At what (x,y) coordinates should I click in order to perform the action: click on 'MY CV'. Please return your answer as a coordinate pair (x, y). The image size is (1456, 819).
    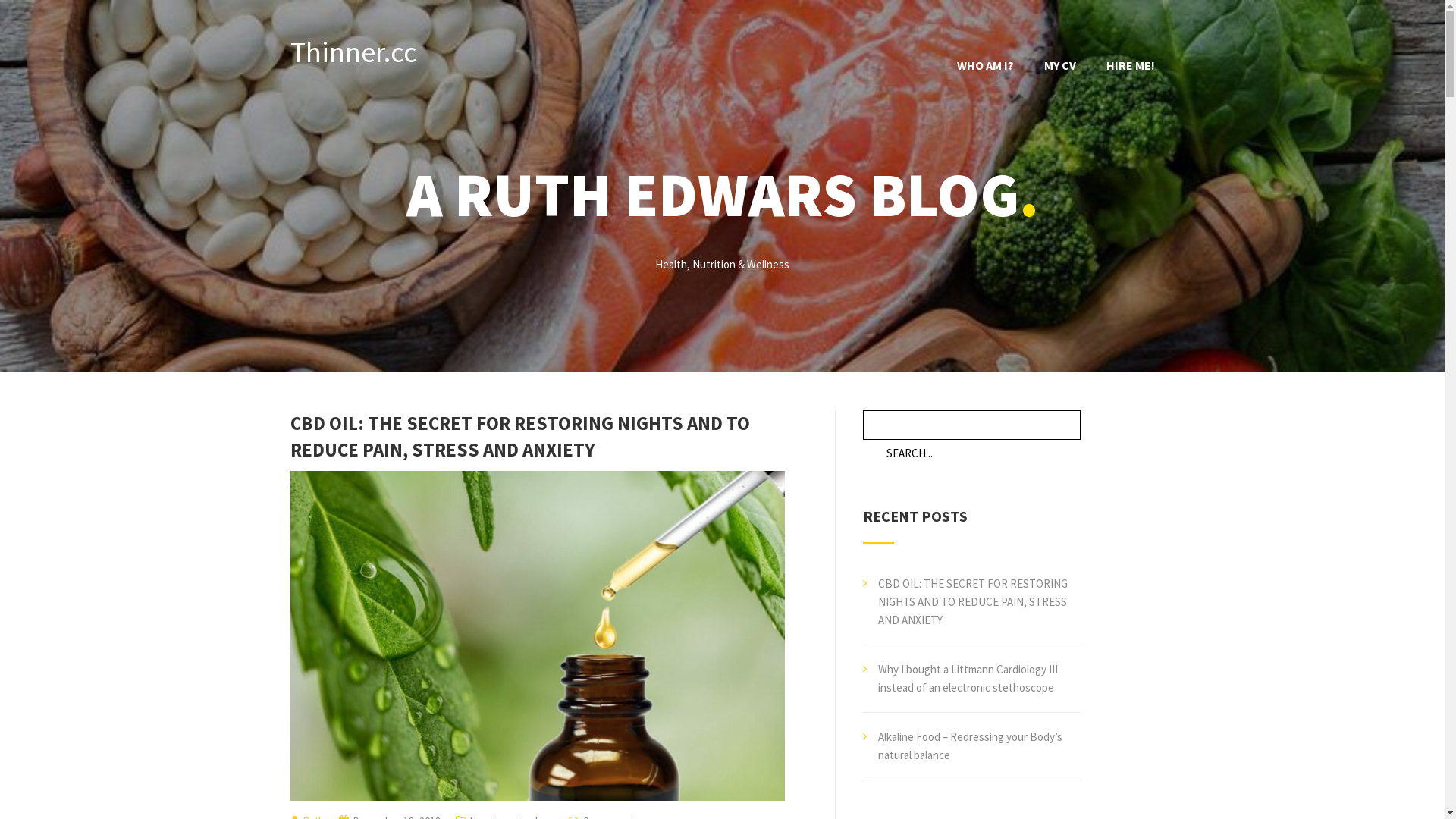
    Looking at the image, I should click on (1058, 64).